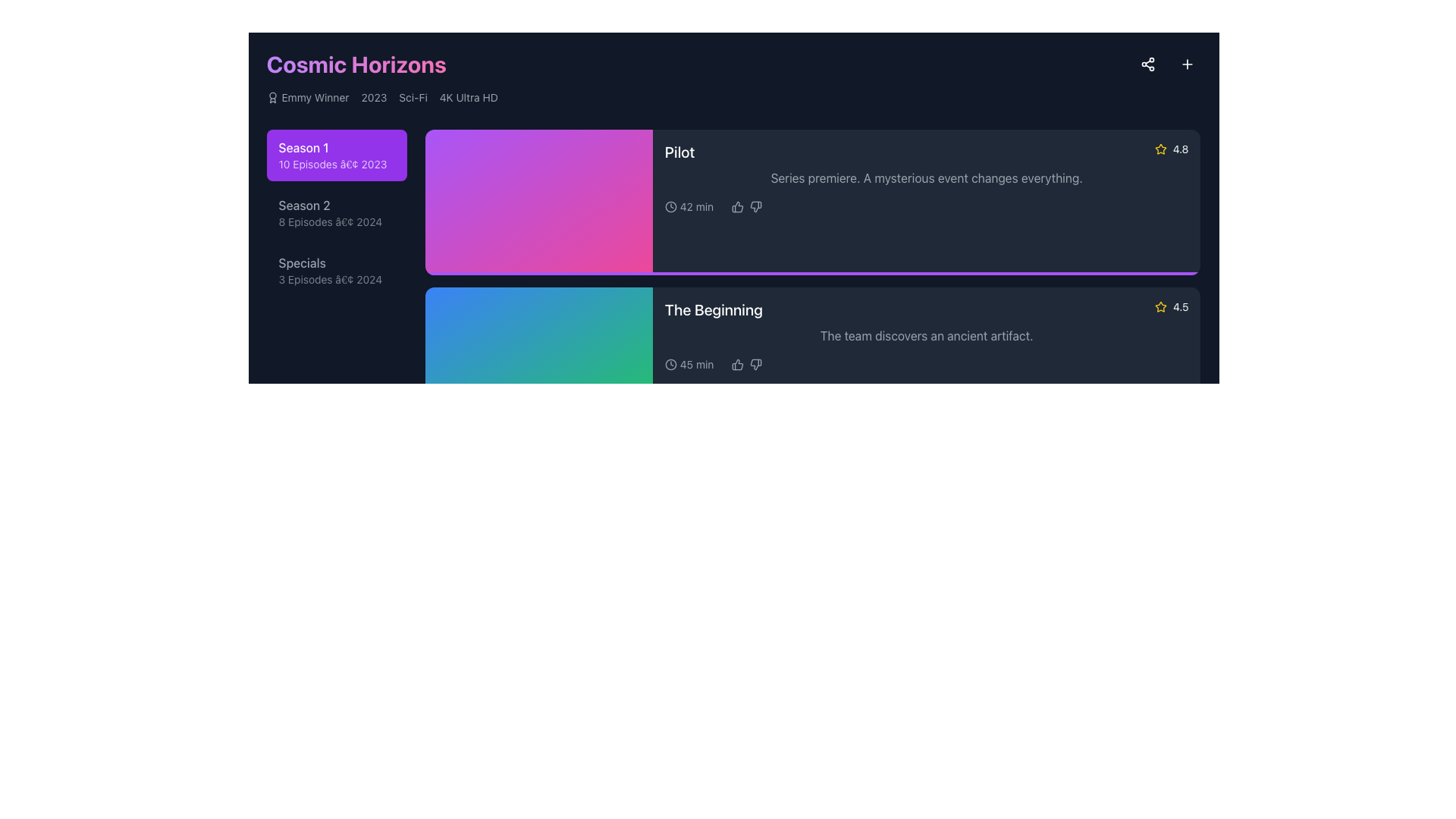 This screenshot has width=1456, height=819. What do you see at coordinates (1171, 149) in the screenshot?
I see `the Rating indicator displaying a score of '4.8' for the item 'Pilot', located in the top-right corner of the card` at bounding box center [1171, 149].